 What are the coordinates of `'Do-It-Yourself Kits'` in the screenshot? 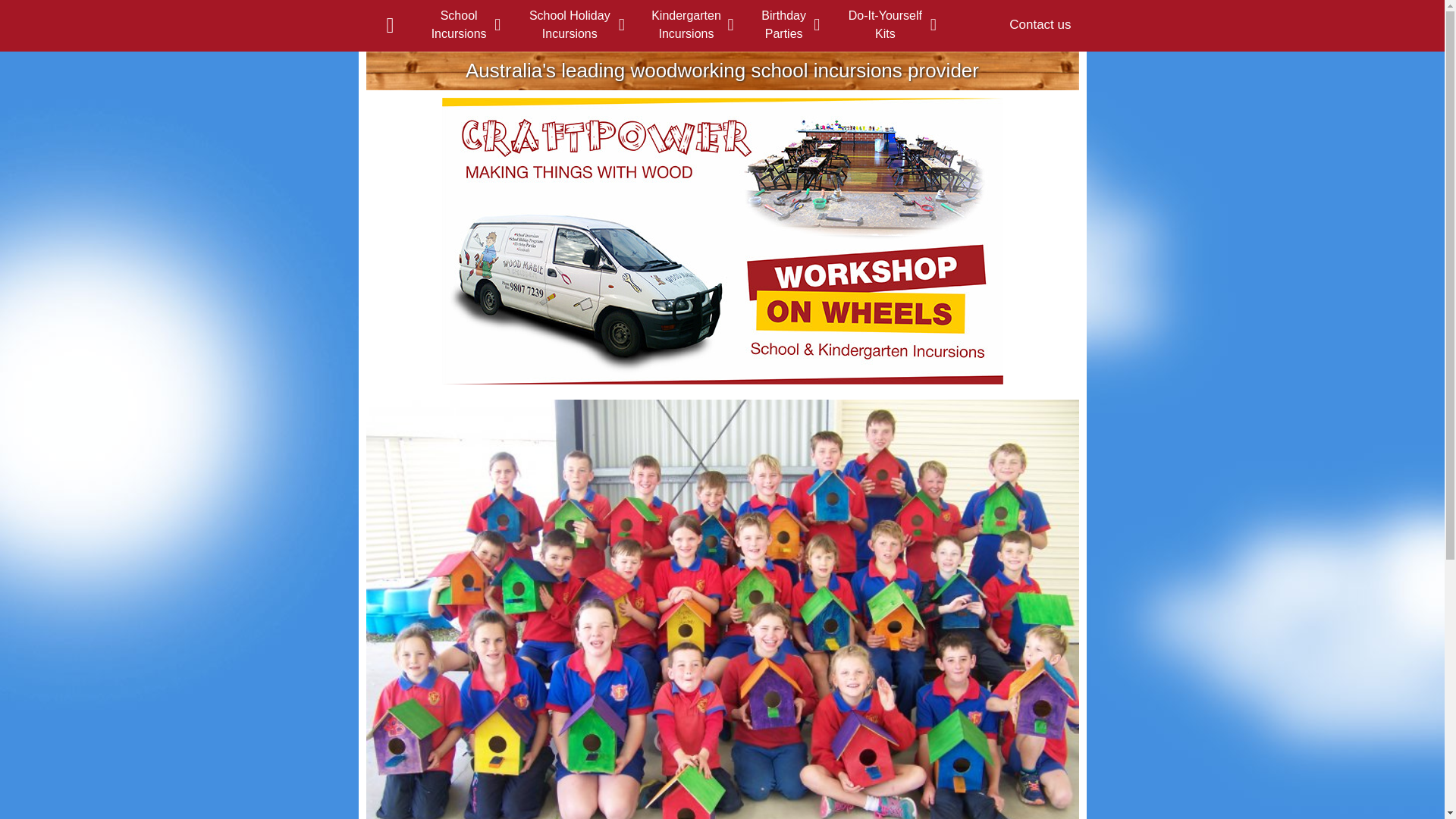 It's located at (885, 25).